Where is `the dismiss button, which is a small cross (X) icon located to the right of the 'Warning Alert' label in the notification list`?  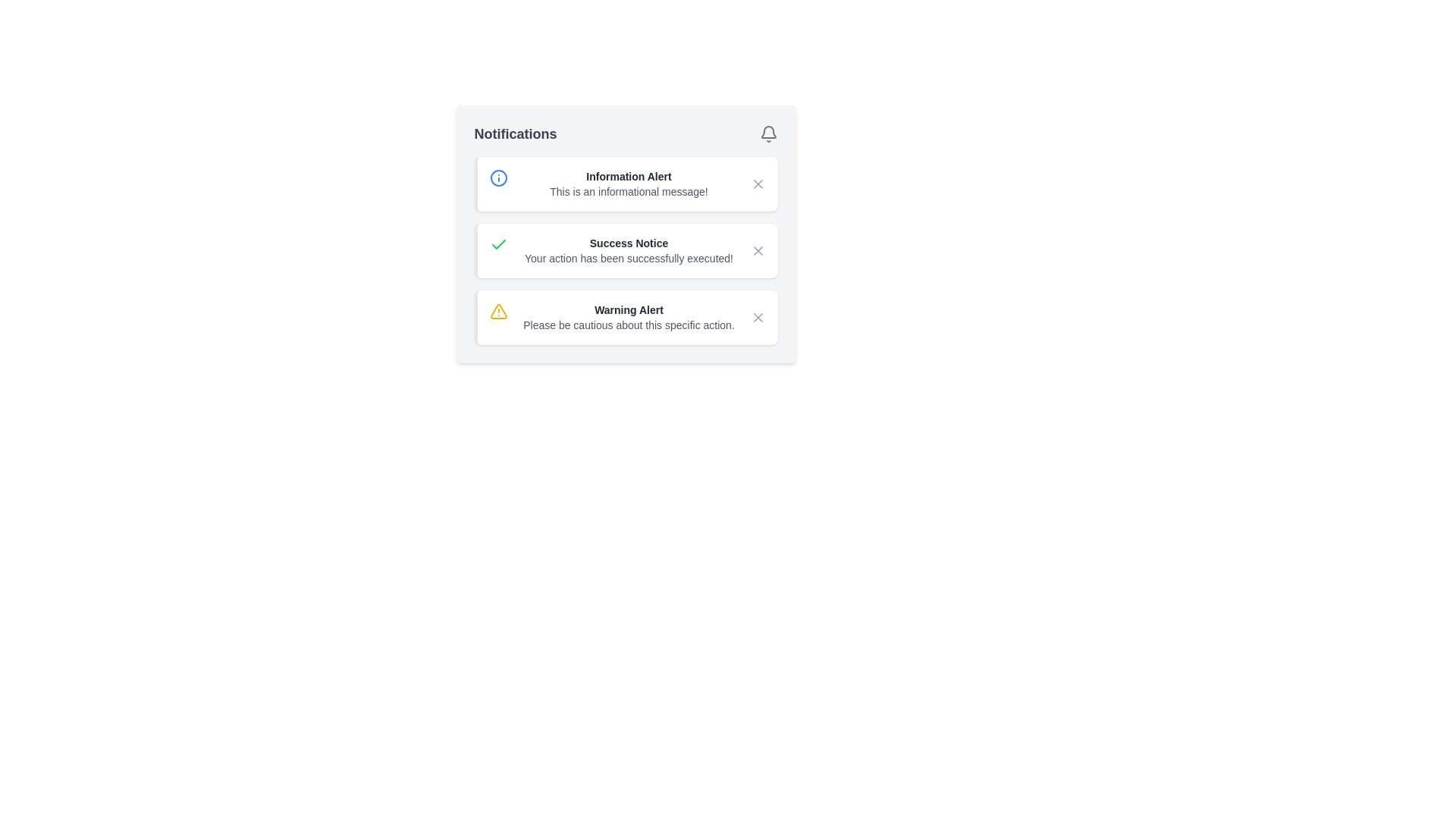 the dismiss button, which is a small cross (X) icon located to the right of the 'Warning Alert' label in the notification list is located at coordinates (758, 317).